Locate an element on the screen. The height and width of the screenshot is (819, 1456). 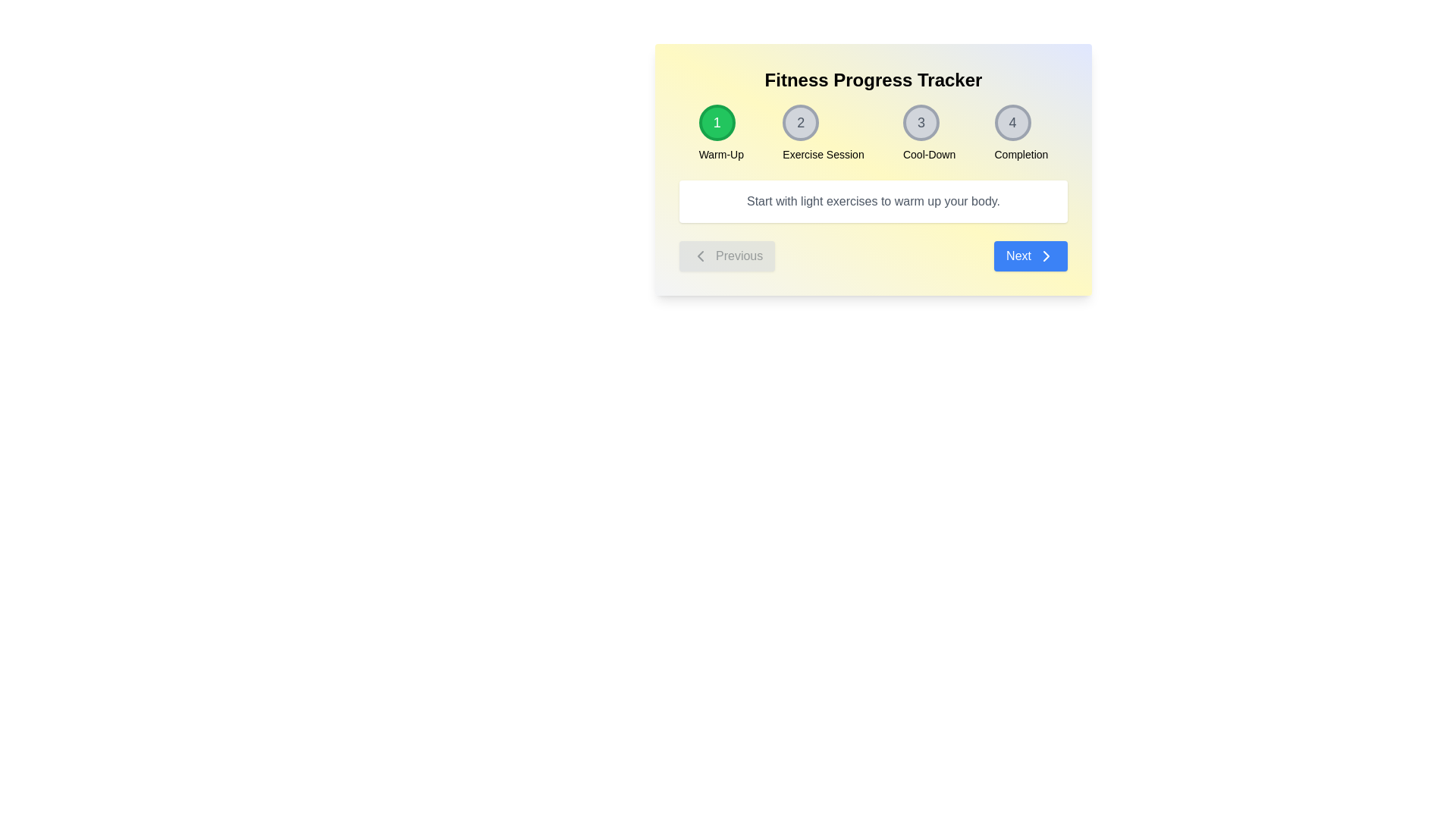
the right-facing chevron icon indicating a forward action within the 'Next' button is located at coordinates (1046, 256).